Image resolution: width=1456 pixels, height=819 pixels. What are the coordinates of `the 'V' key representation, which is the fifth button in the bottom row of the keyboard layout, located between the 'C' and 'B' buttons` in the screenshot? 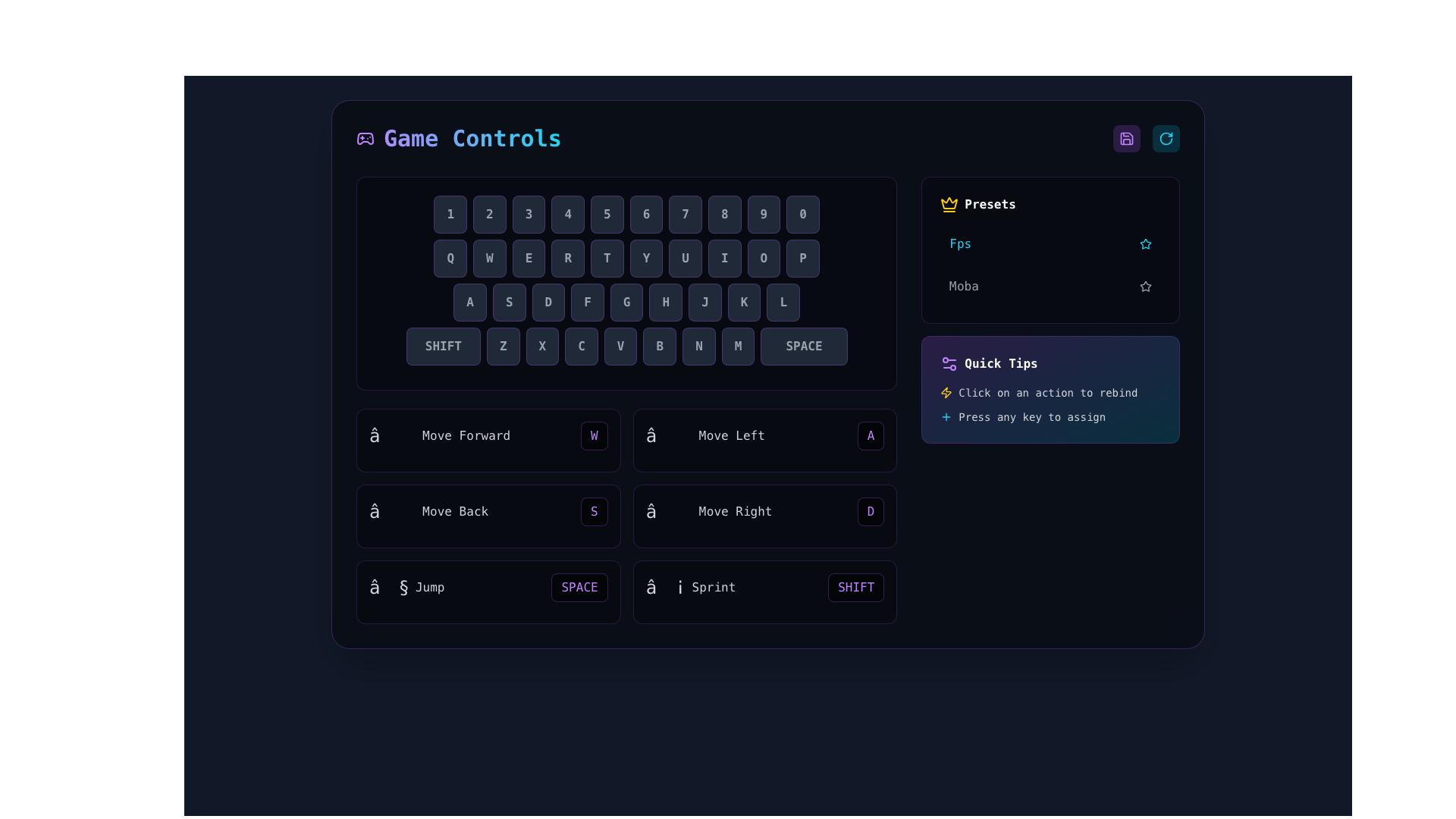 It's located at (620, 346).